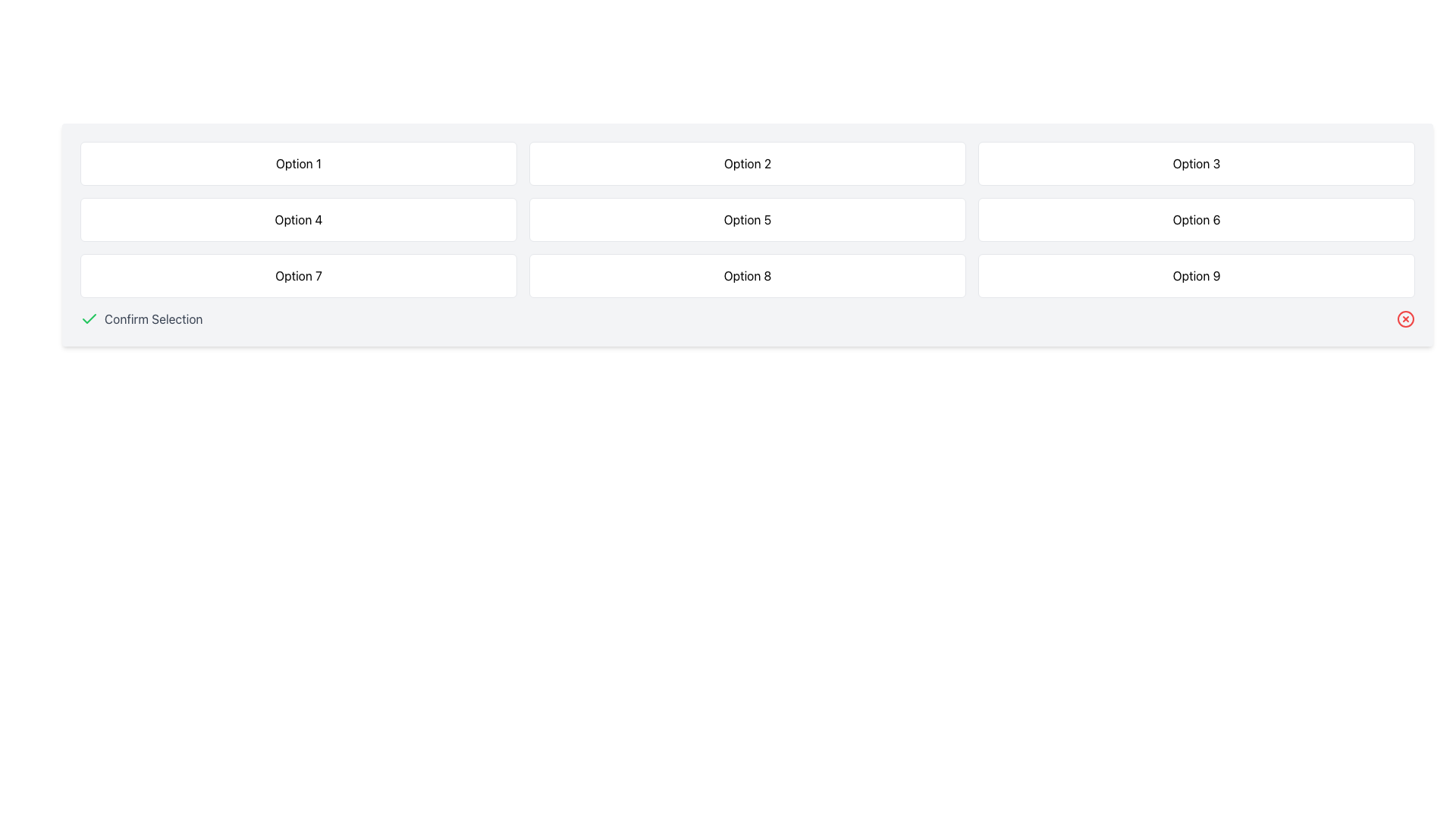 This screenshot has width=1456, height=819. What do you see at coordinates (89, 318) in the screenshot?
I see `the green checkmark icon located to the left of the 'Confirm Selection' text in the bottom-left area of the user interface panel` at bounding box center [89, 318].